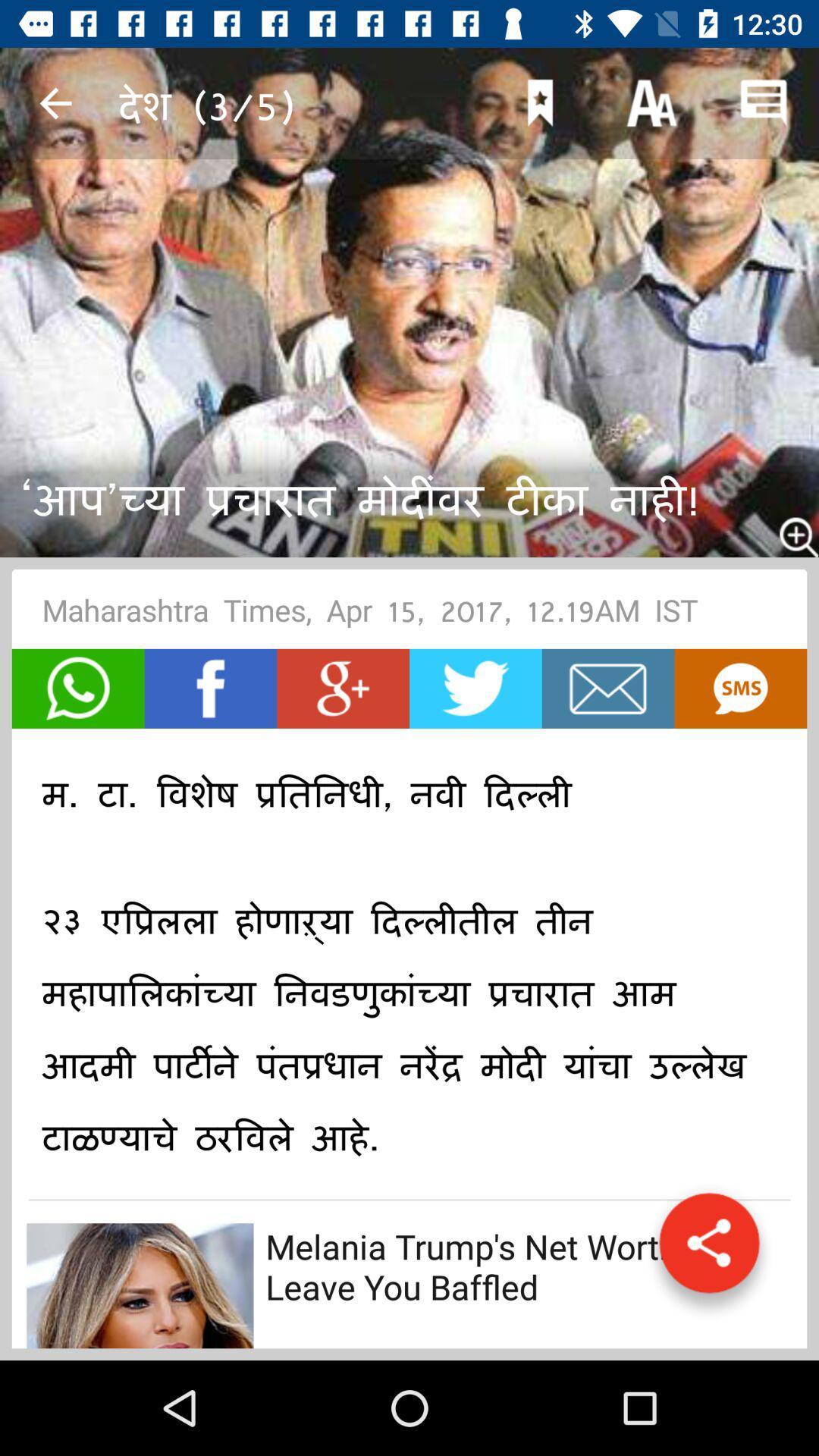  What do you see at coordinates (78, 688) in the screenshot?
I see `send message` at bounding box center [78, 688].